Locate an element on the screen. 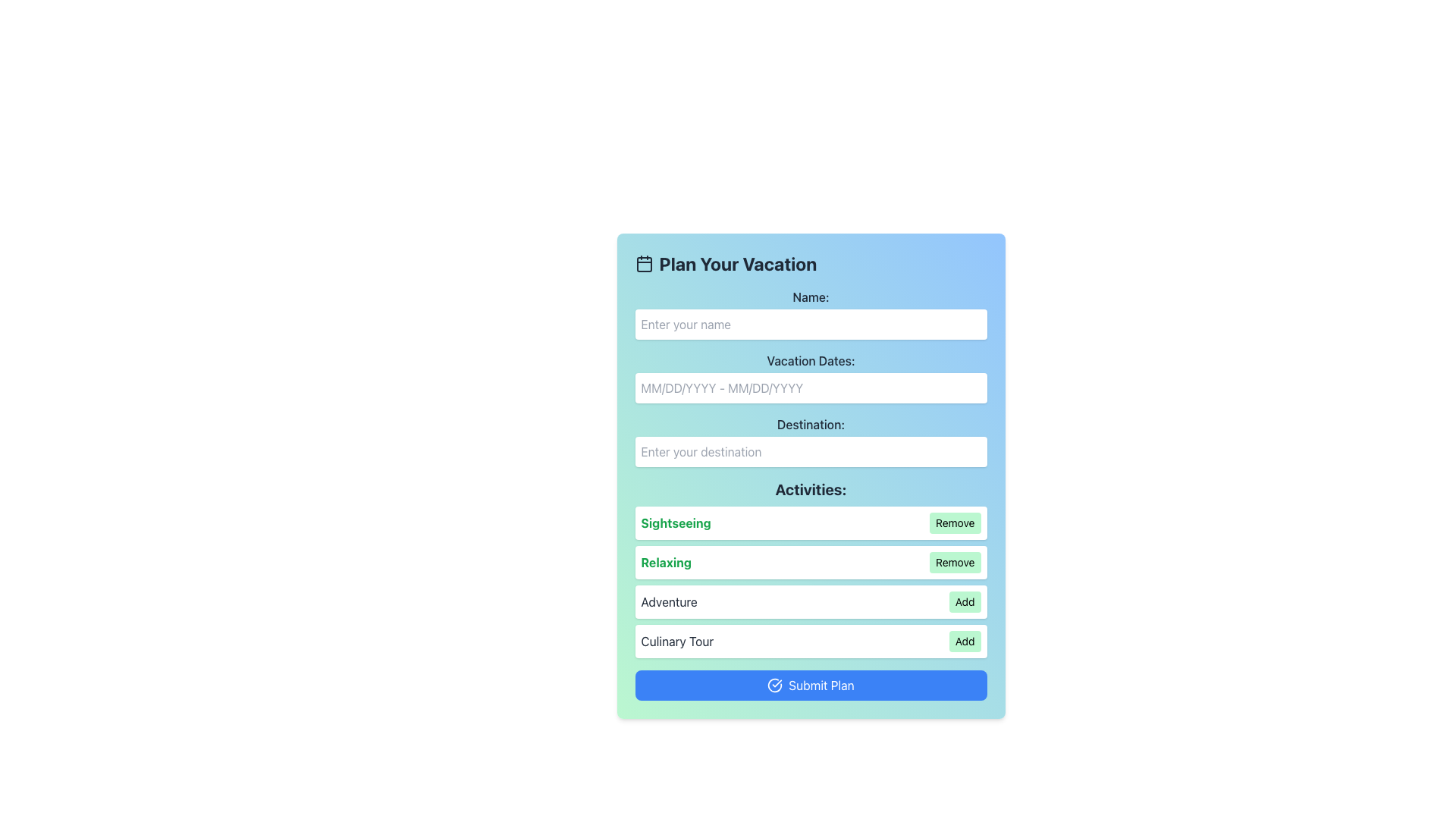  the button that removes the 'Sightseeing' activity from the list, located to the right of the 'Sightseeing' label in the Activities section is located at coordinates (954, 522).